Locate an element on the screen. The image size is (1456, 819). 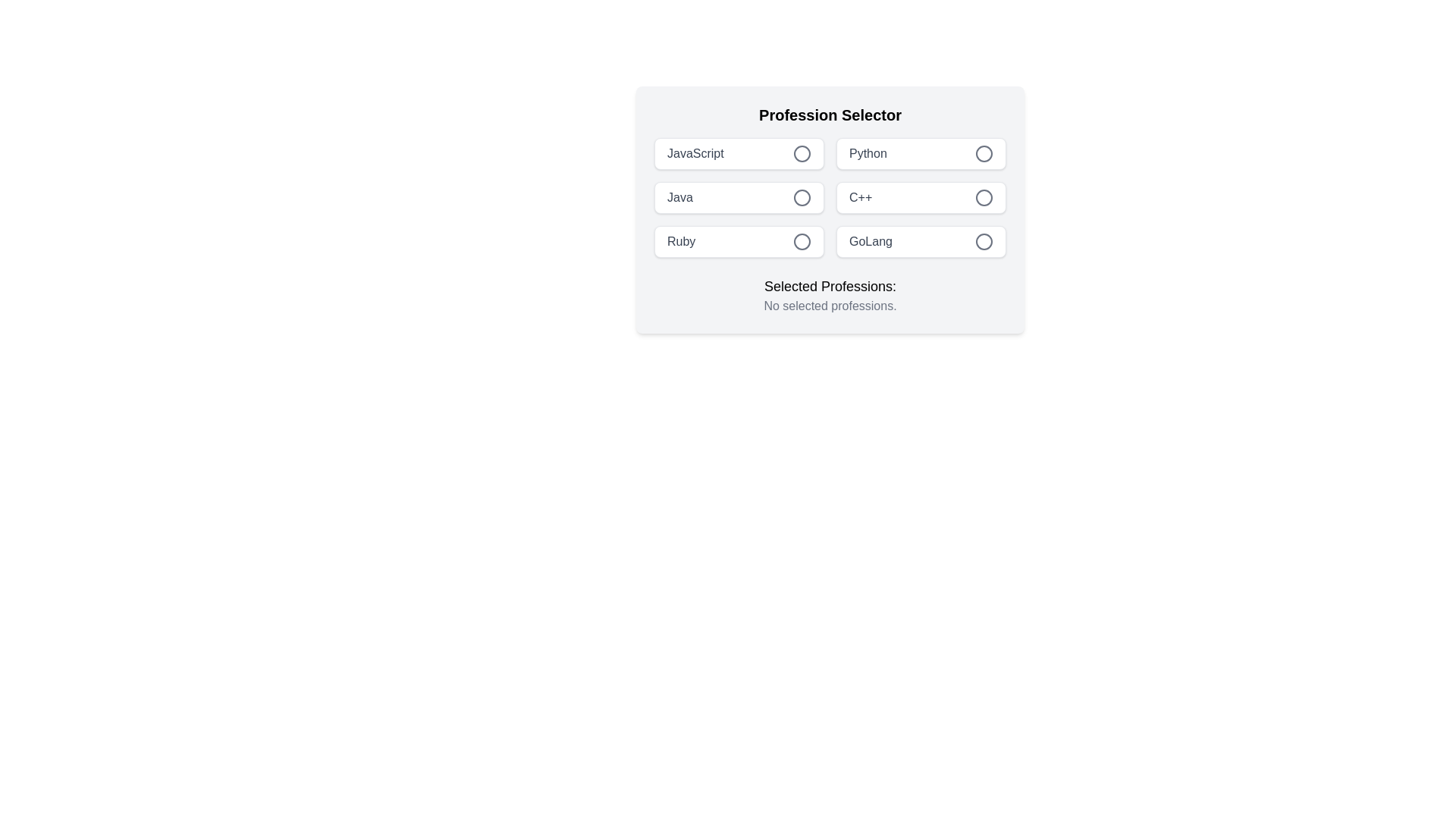
the right-hand radio button labeled 'Java' is located at coordinates (801, 197).